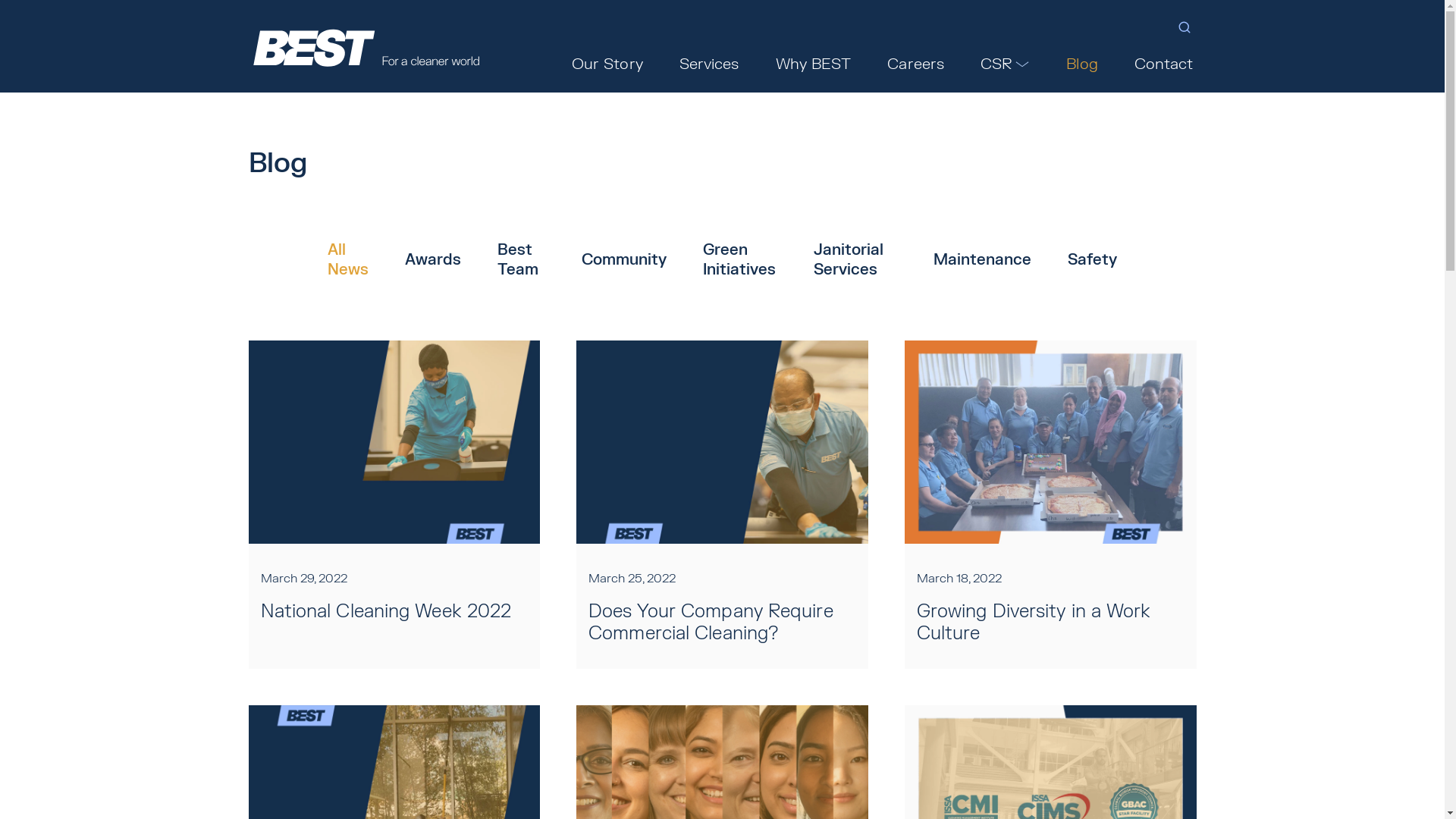 The width and height of the screenshot is (1456, 819). What do you see at coordinates (813, 63) in the screenshot?
I see `'Why BEST'` at bounding box center [813, 63].